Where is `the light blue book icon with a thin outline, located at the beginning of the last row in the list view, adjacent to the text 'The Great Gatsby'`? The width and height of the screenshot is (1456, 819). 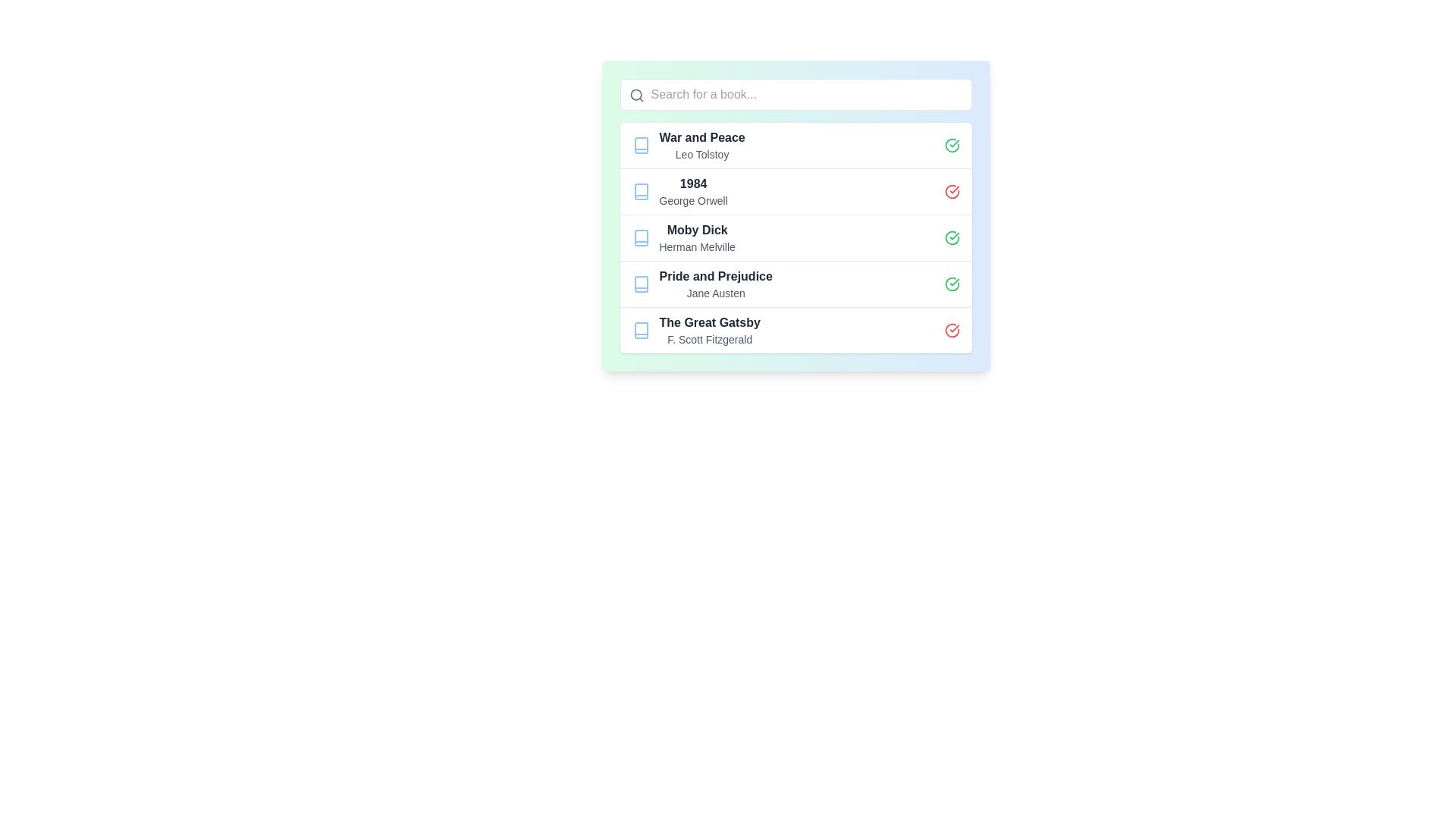
the light blue book icon with a thin outline, located at the beginning of the last row in the list view, adjacent to the text 'The Great Gatsby' is located at coordinates (641, 329).